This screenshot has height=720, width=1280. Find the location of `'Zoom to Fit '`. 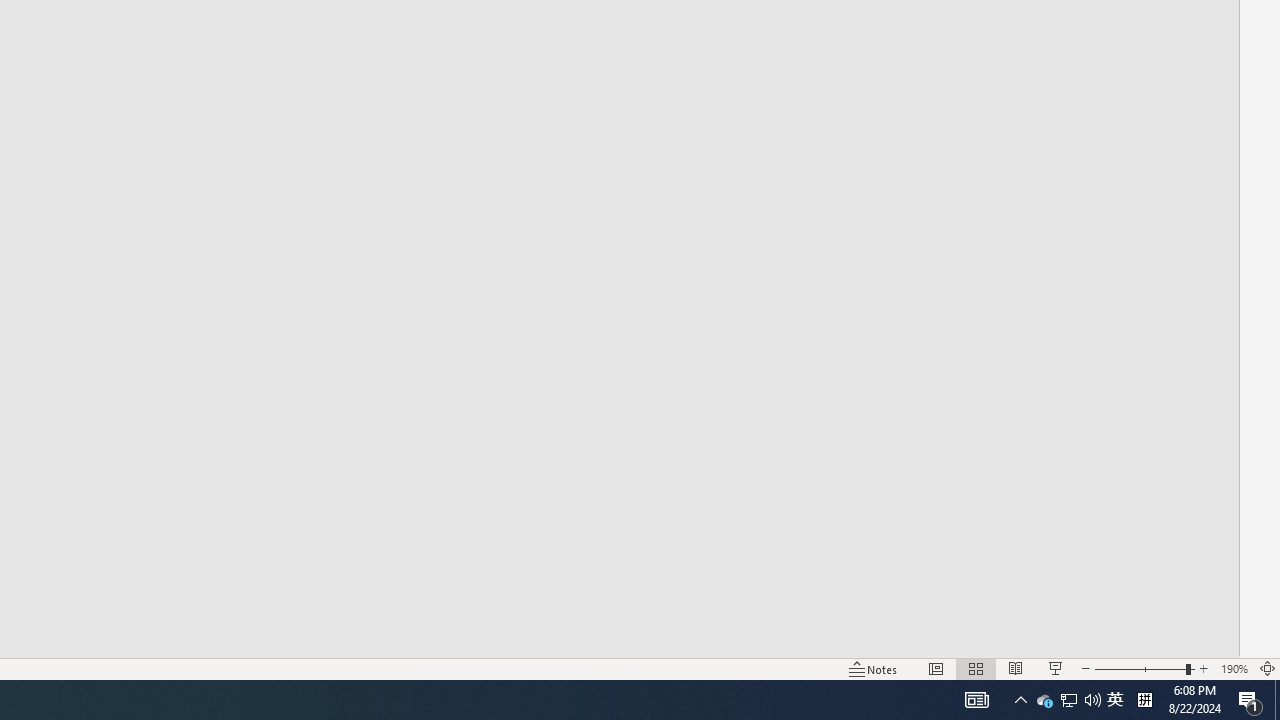

'Zoom to Fit ' is located at coordinates (1266, 669).